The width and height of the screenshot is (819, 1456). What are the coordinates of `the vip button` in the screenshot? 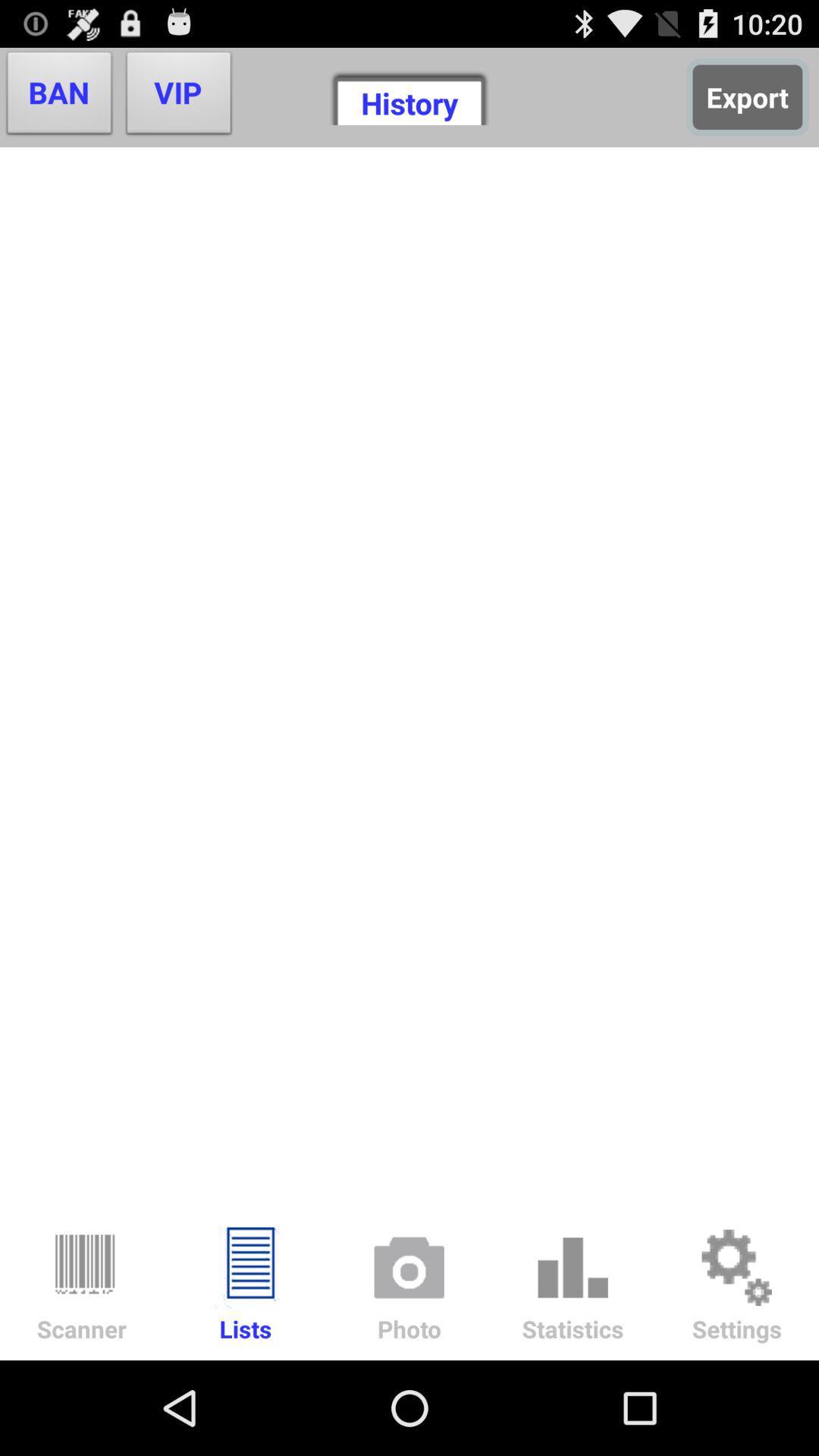 It's located at (178, 96).